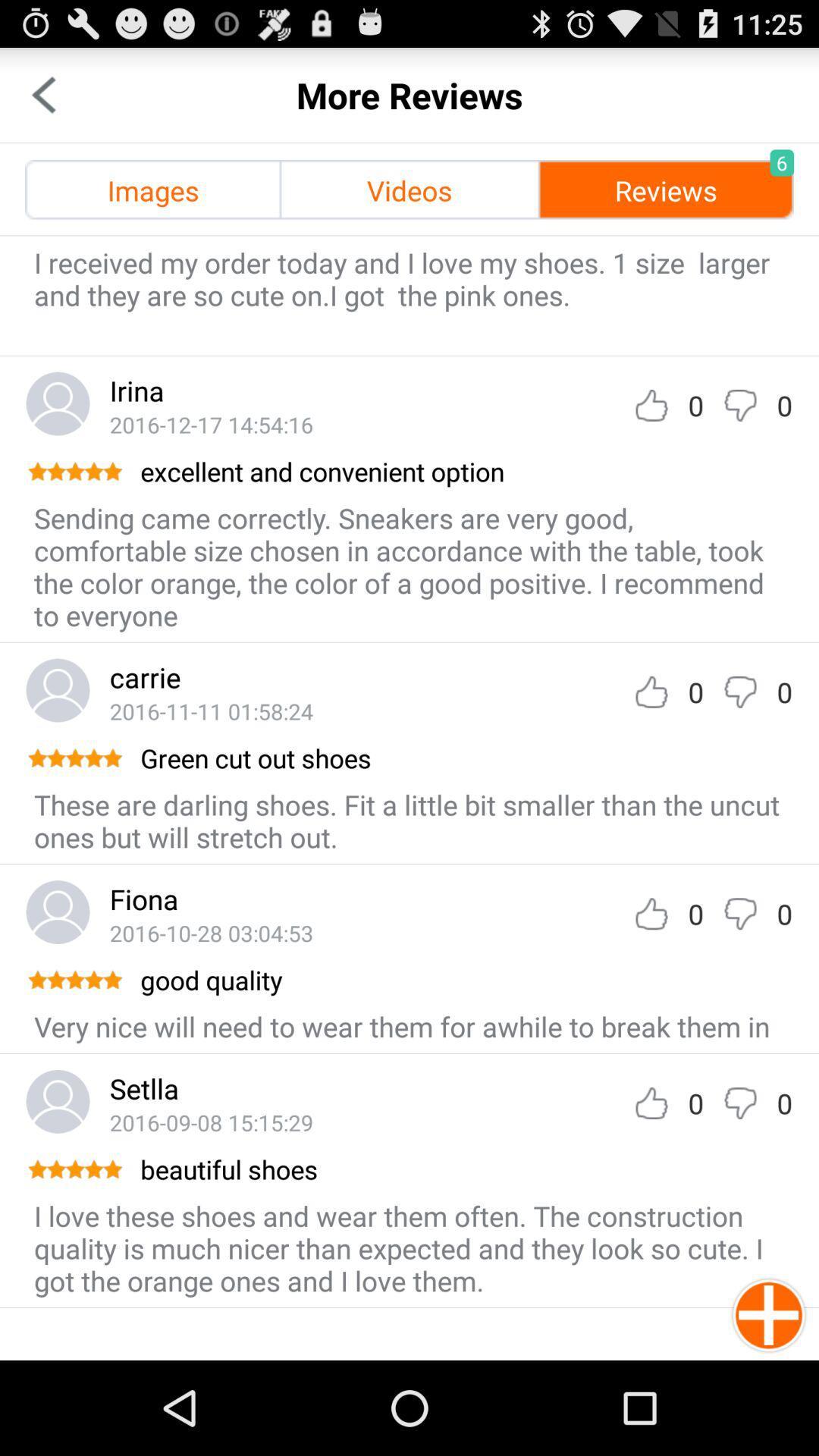 The image size is (819, 1456). Describe the element at coordinates (651, 1103) in the screenshot. I see `like review` at that location.